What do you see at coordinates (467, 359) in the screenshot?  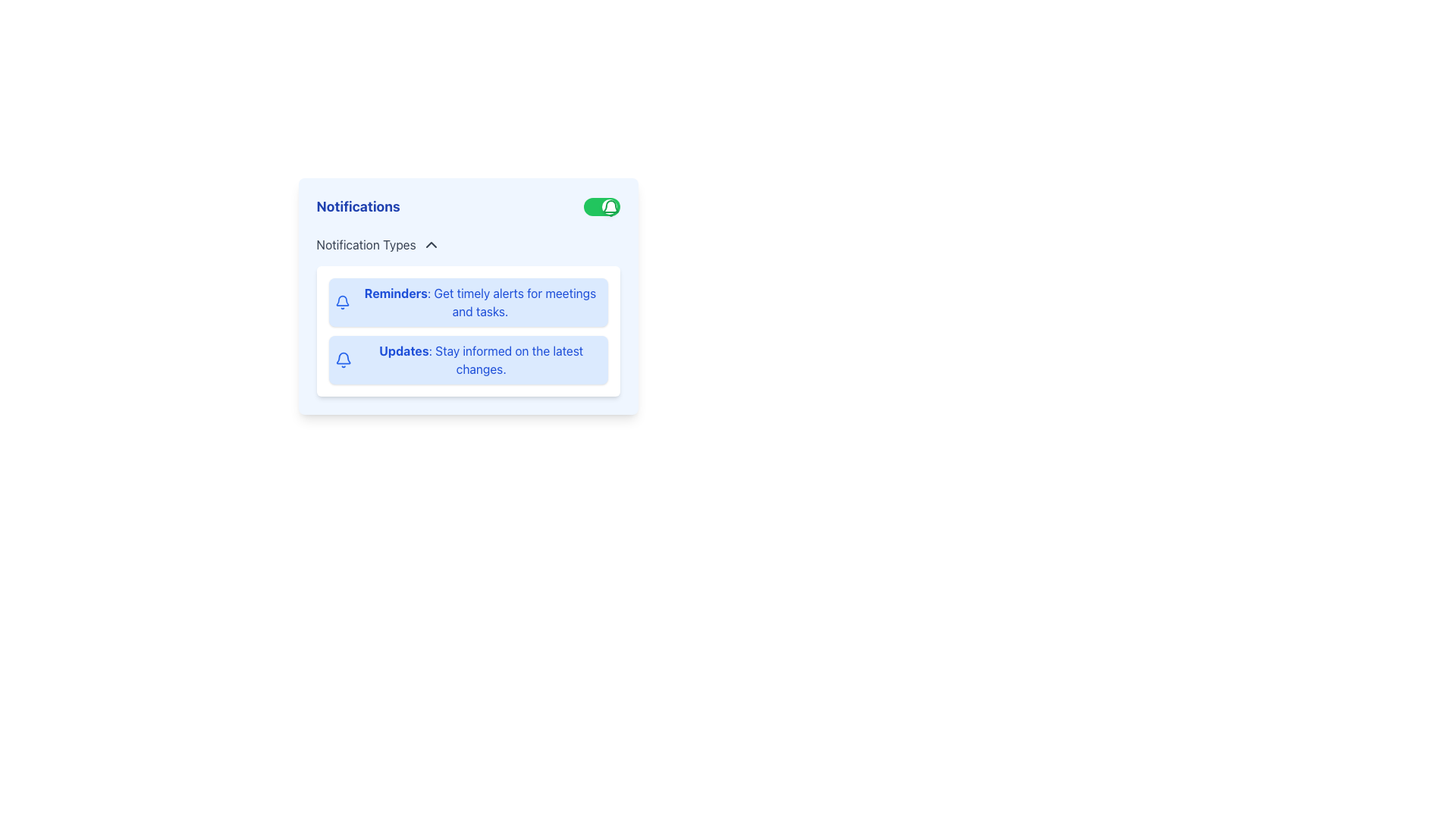 I see `the content of the second Notification Card, which is positioned below the 'Reminders' card in a vertically stacked list` at bounding box center [467, 359].